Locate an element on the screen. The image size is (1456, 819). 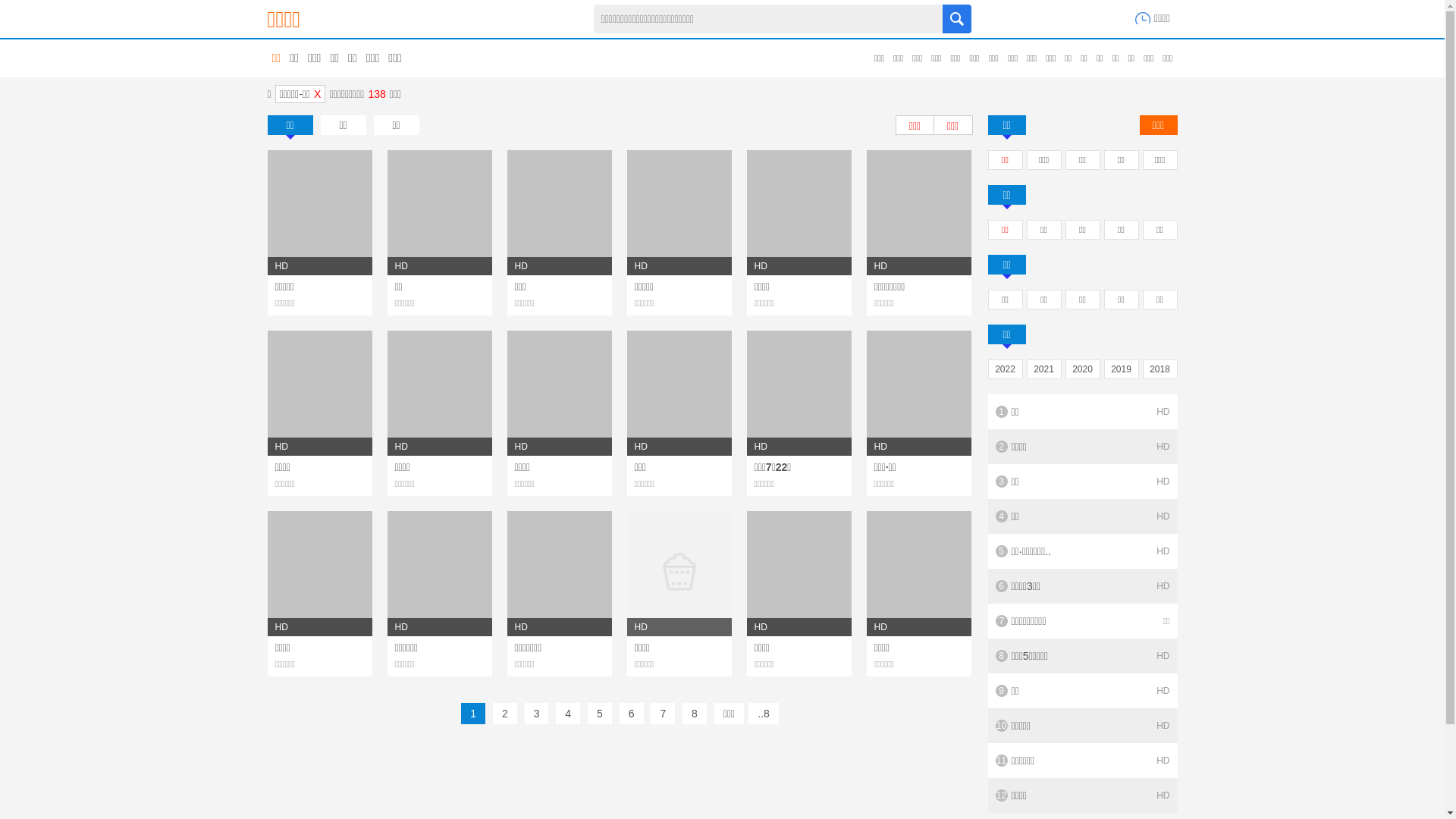
'7' is located at coordinates (662, 714).